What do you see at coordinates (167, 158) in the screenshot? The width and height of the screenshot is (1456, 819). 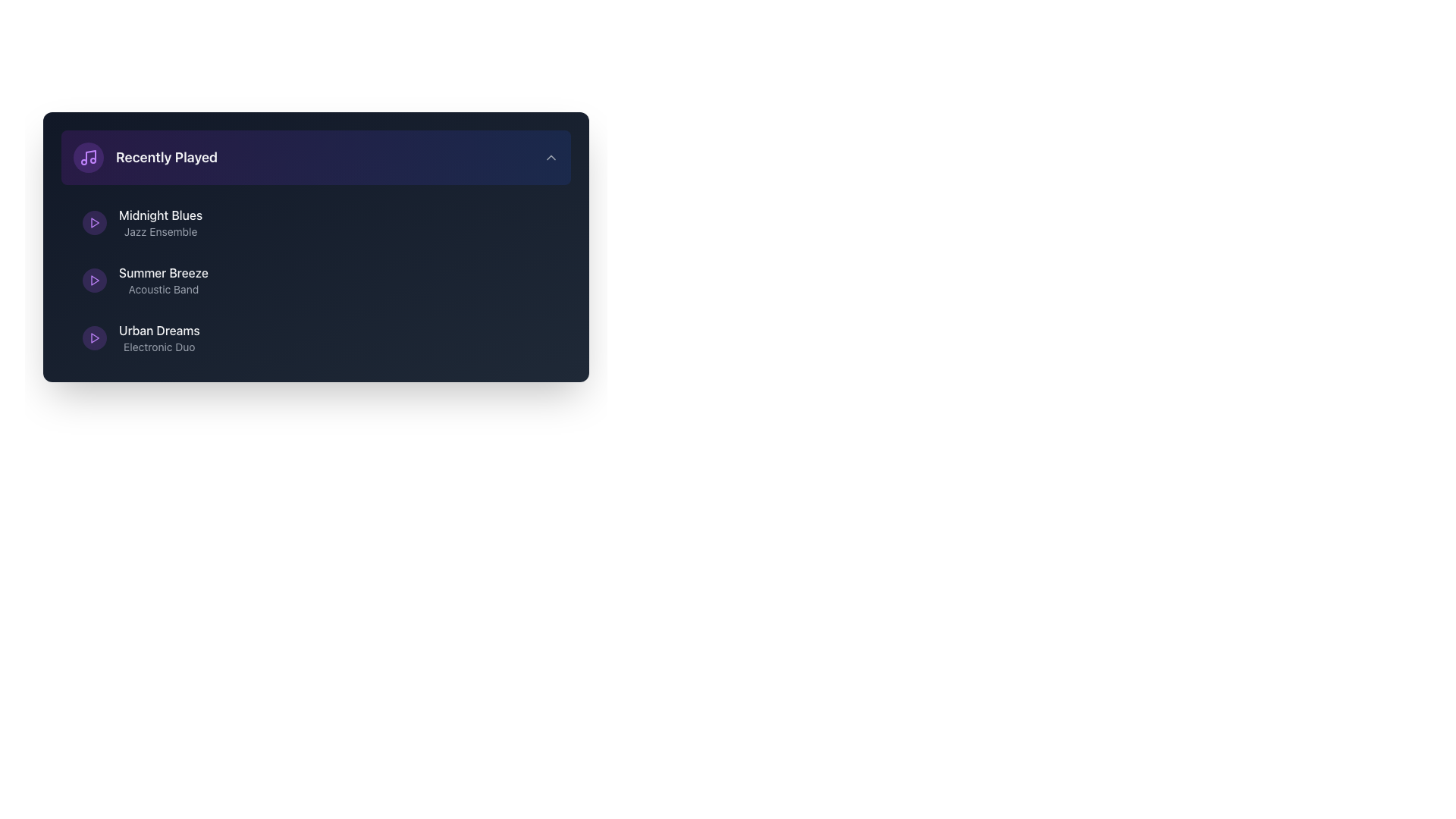 I see `text from the 'Recently Played' header, which is a bold, large light gray text on a dark blue background, positioned near the top of the layout` at bounding box center [167, 158].